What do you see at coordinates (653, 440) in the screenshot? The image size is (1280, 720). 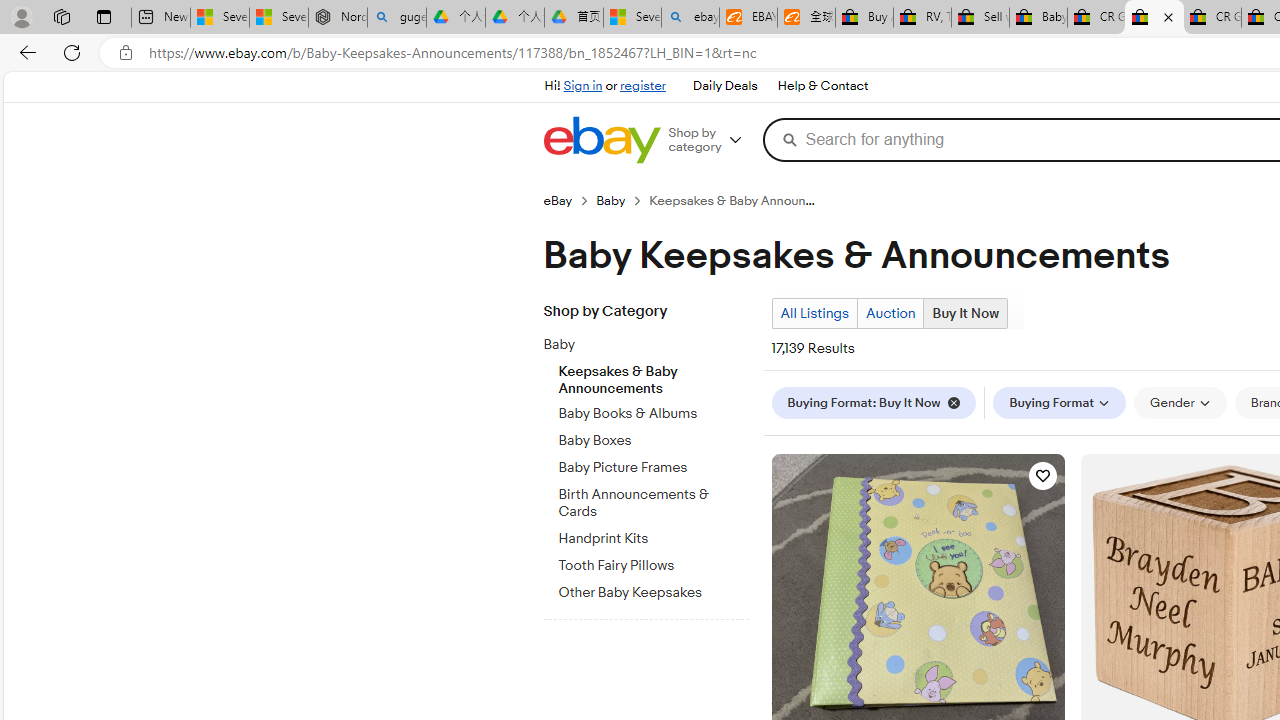 I see `'Baby Boxes'` at bounding box center [653, 440].